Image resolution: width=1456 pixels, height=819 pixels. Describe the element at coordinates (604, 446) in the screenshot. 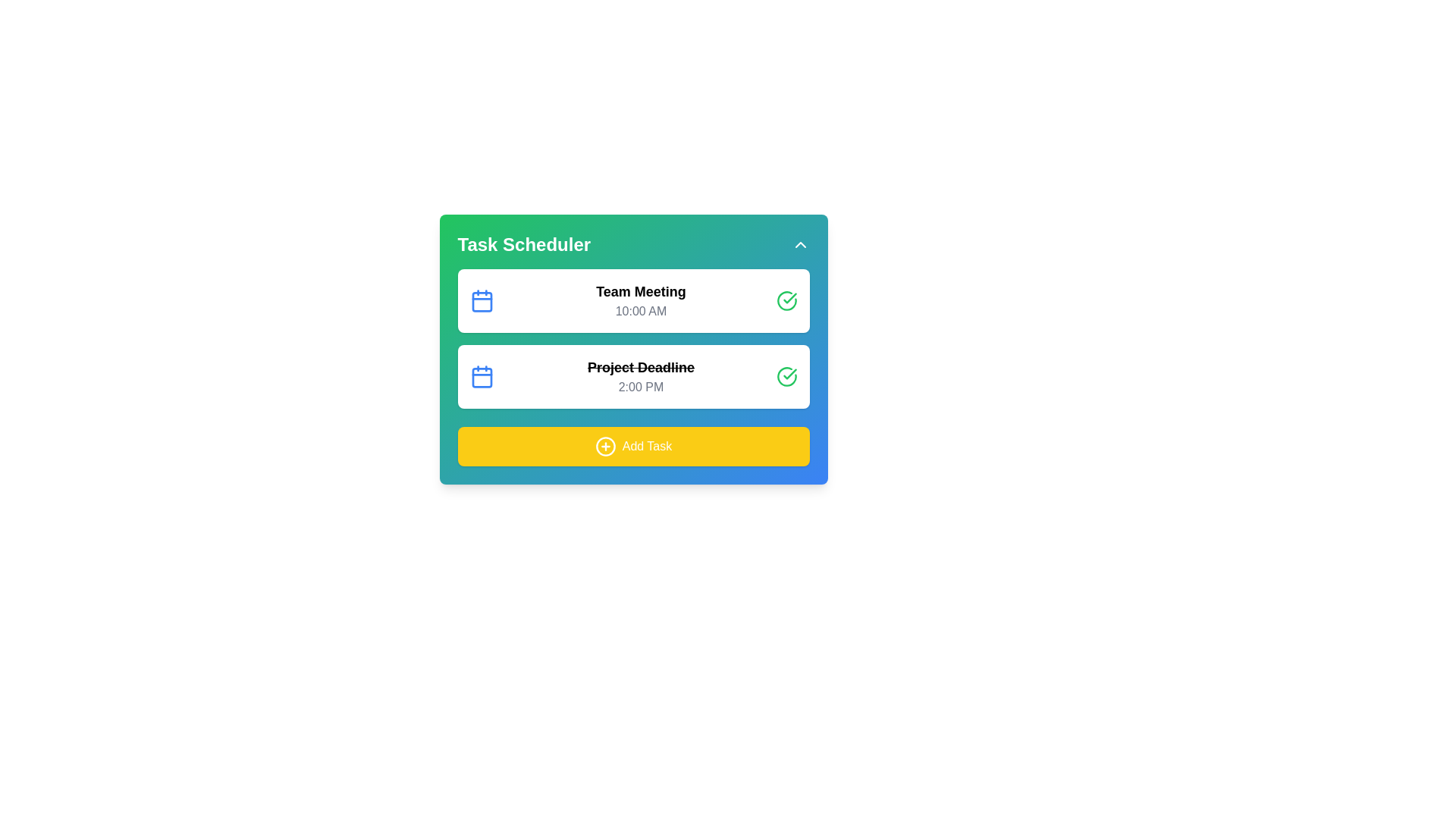

I see `the yellow circular icon with a plus sign, which is centrally positioned to the left of the 'Add Task' text` at that location.